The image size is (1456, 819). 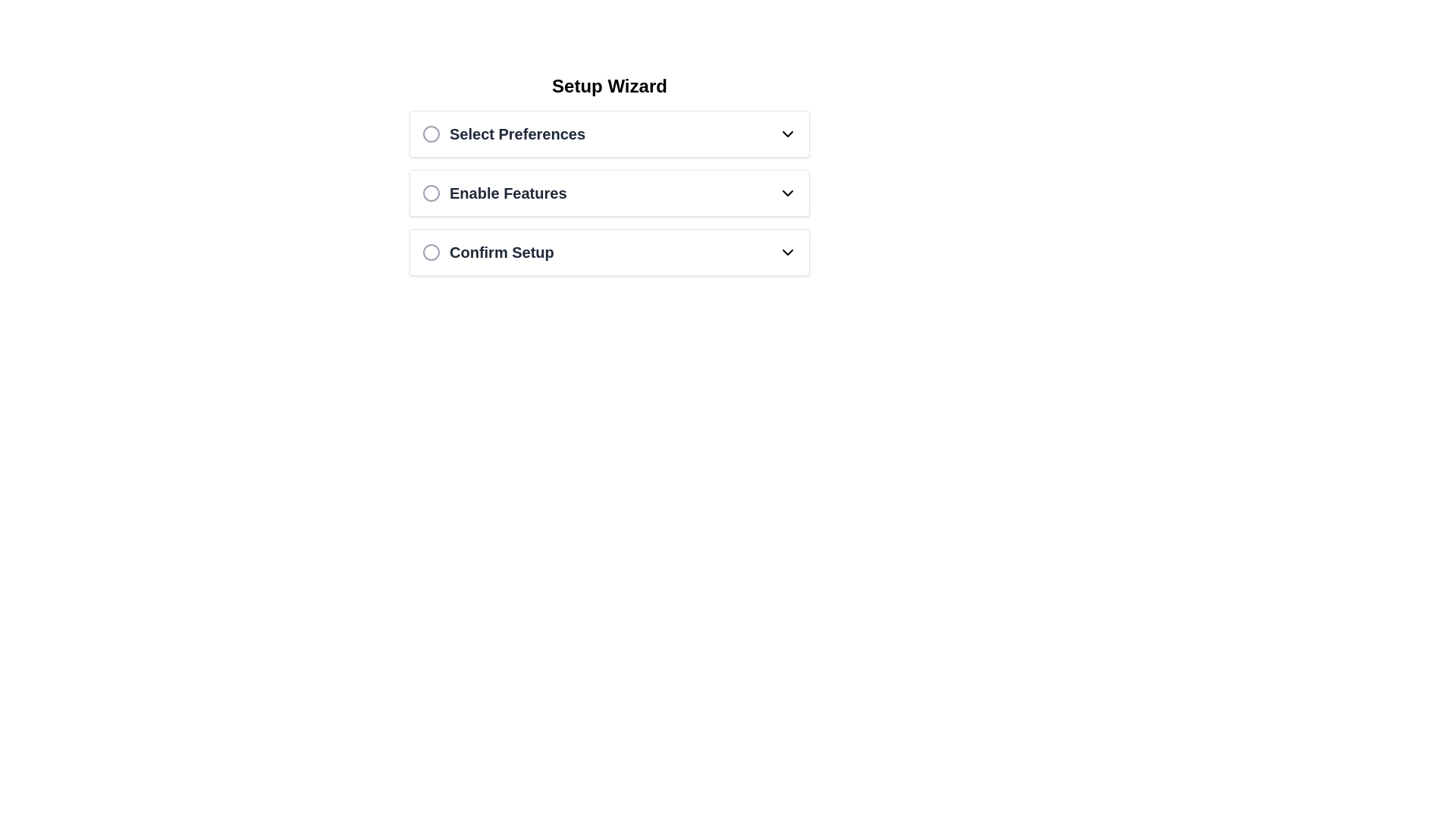 I want to click on the interactive list item in the second row of the 'Setup Wizard', so click(x=610, y=192).